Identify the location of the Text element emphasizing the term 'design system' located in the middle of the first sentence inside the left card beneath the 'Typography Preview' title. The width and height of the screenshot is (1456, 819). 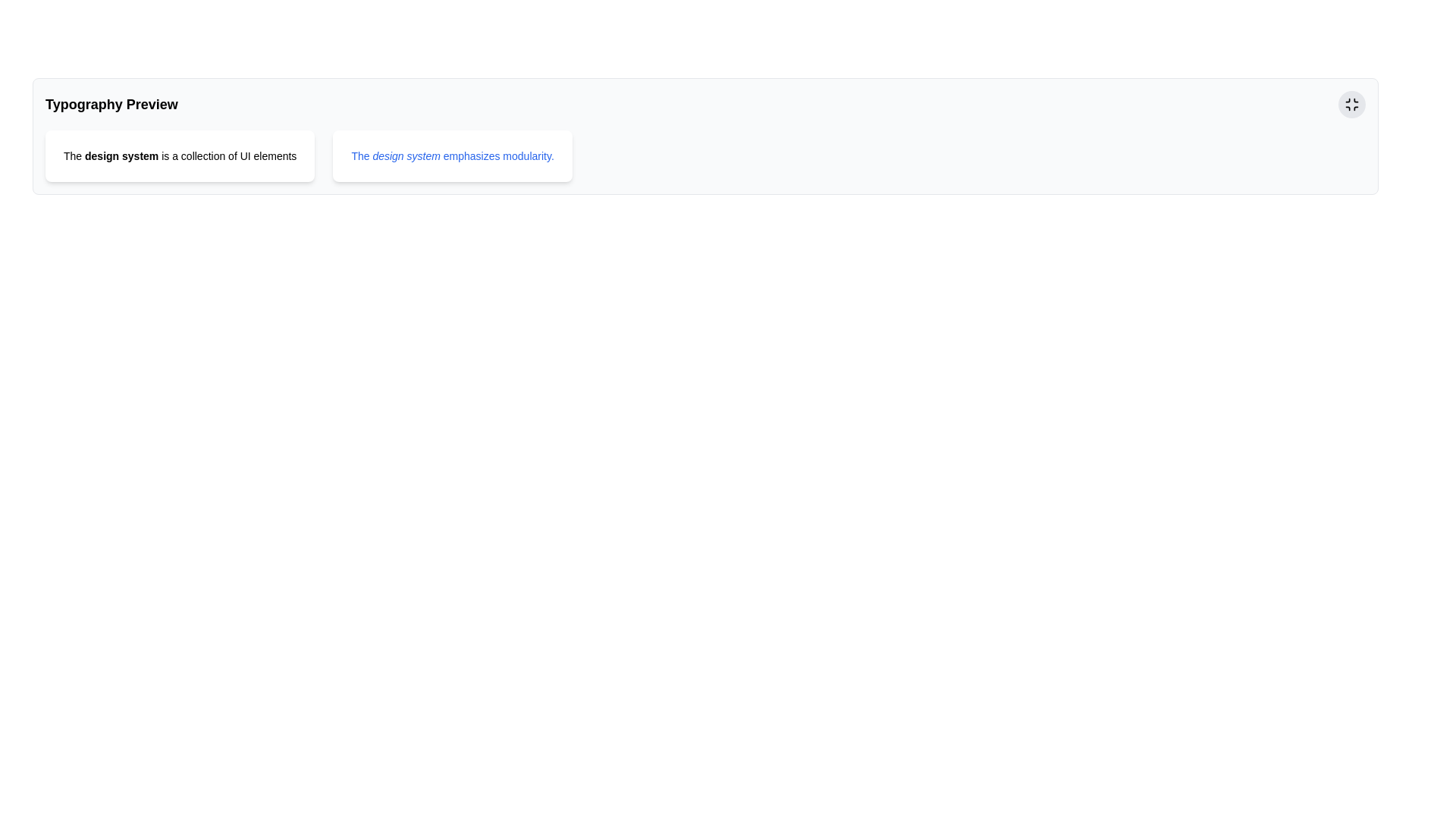
(121, 155).